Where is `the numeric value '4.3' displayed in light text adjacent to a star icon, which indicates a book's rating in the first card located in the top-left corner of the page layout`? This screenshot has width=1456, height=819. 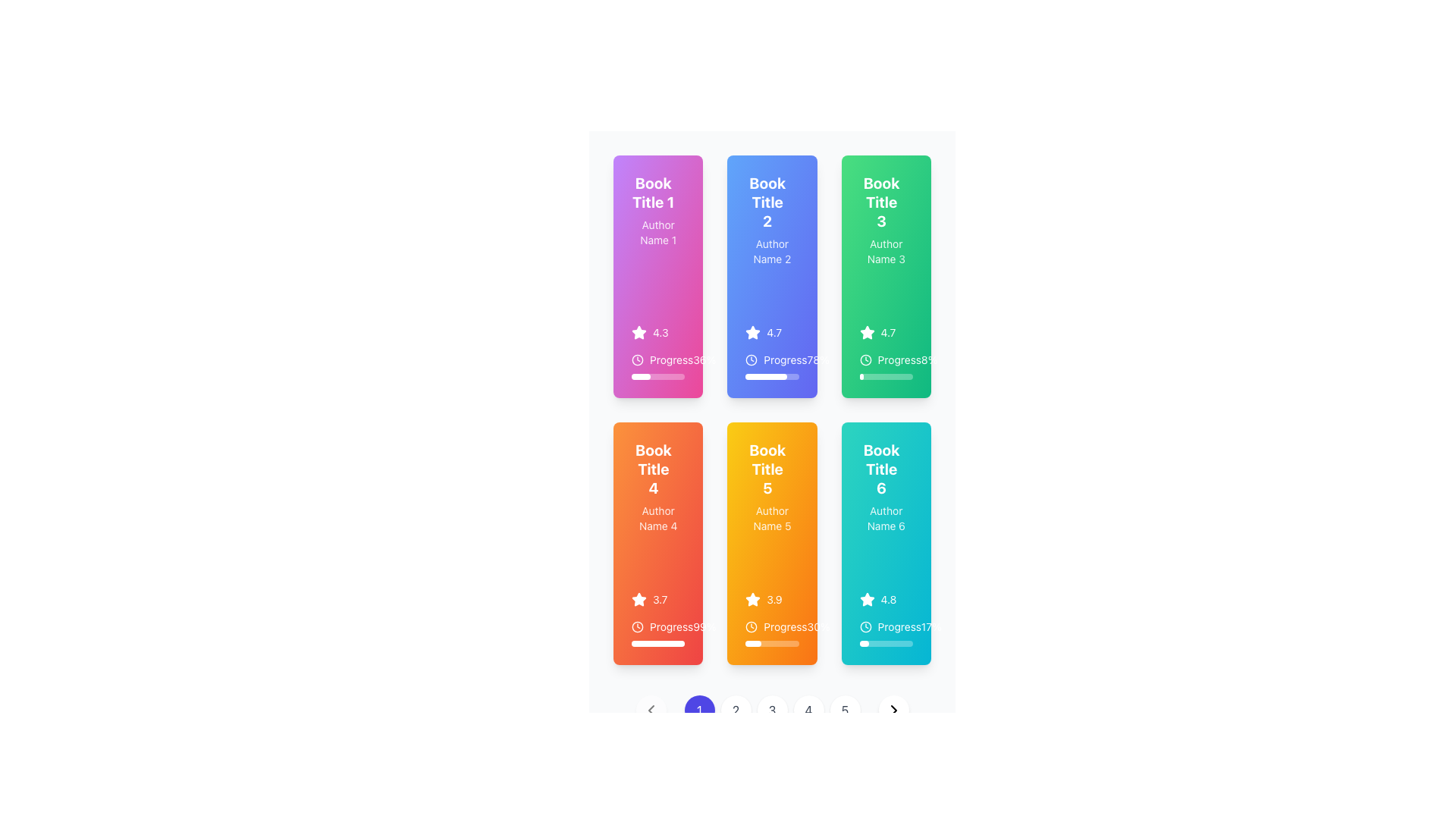 the numeric value '4.3' displayed in light text adjacent to a star icon, which indicates a book's rating in the first card located in the top-left corner of the page layout is located at coordinates (661, 332).